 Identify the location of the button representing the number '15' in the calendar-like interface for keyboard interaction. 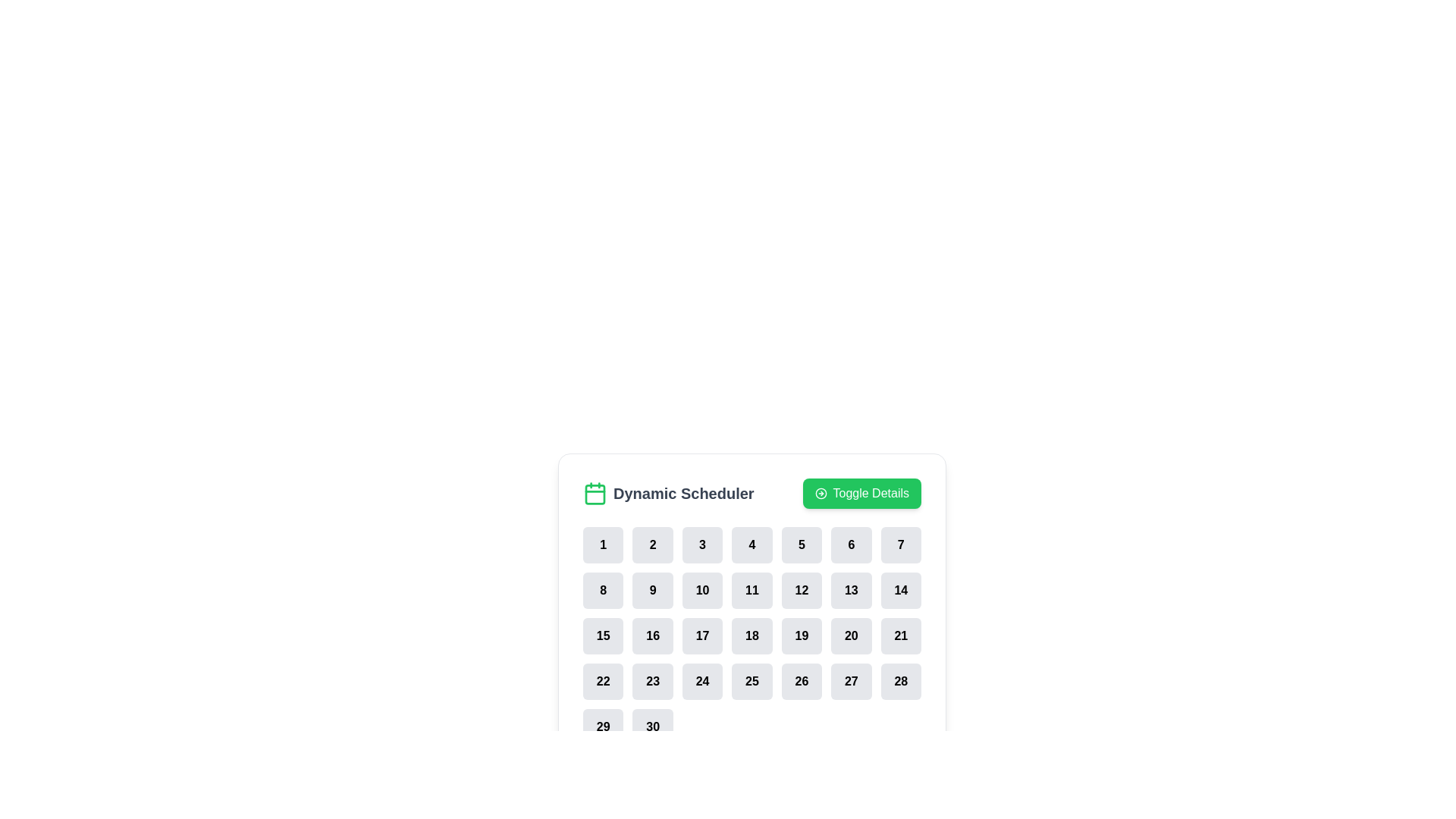
(602, 636).